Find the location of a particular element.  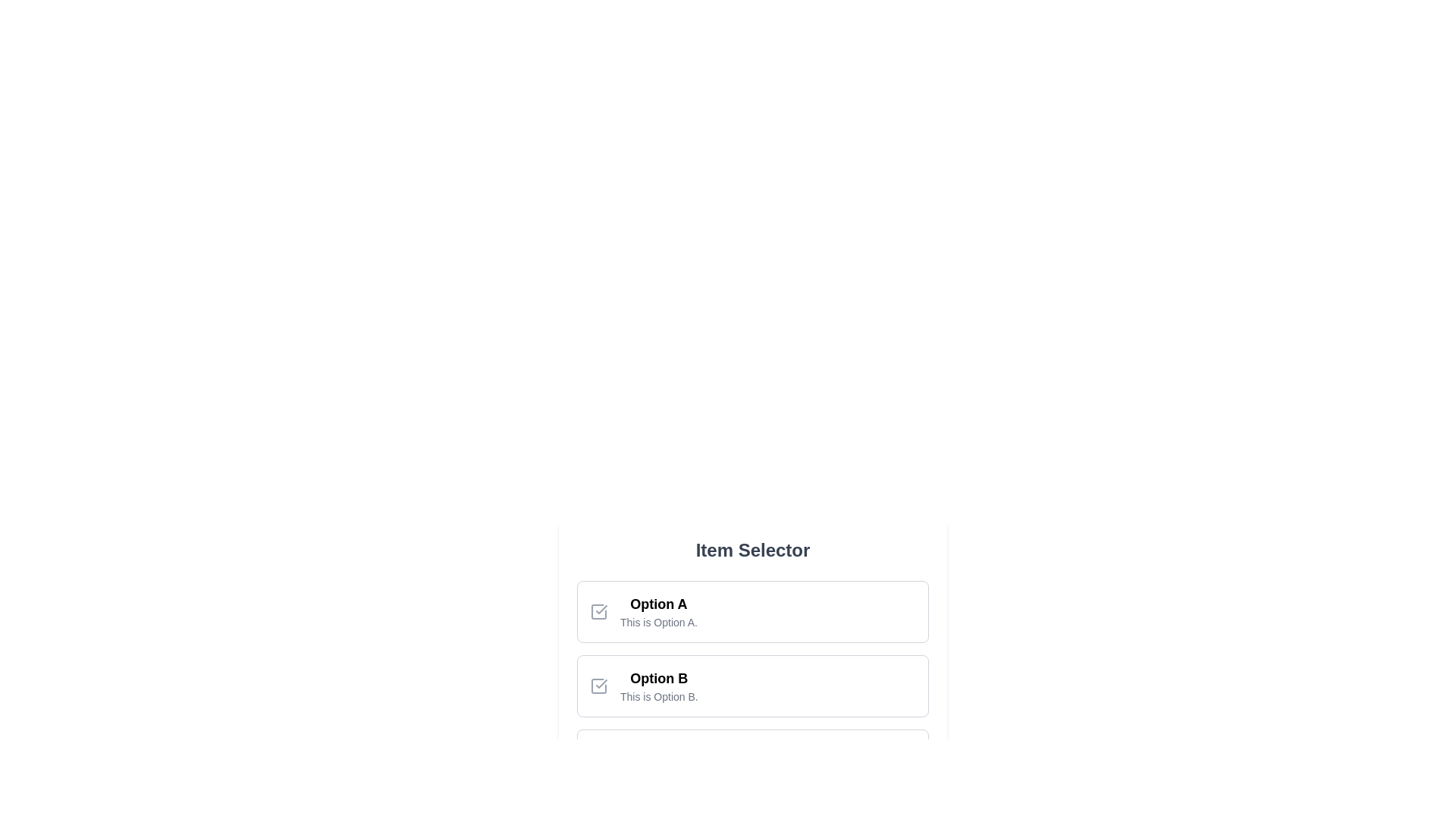

the Text block that serves as a label for the first selectable option, which is positioned to the right of a checkbox icon and above 'Option B' is located at coordinates (658, 610).